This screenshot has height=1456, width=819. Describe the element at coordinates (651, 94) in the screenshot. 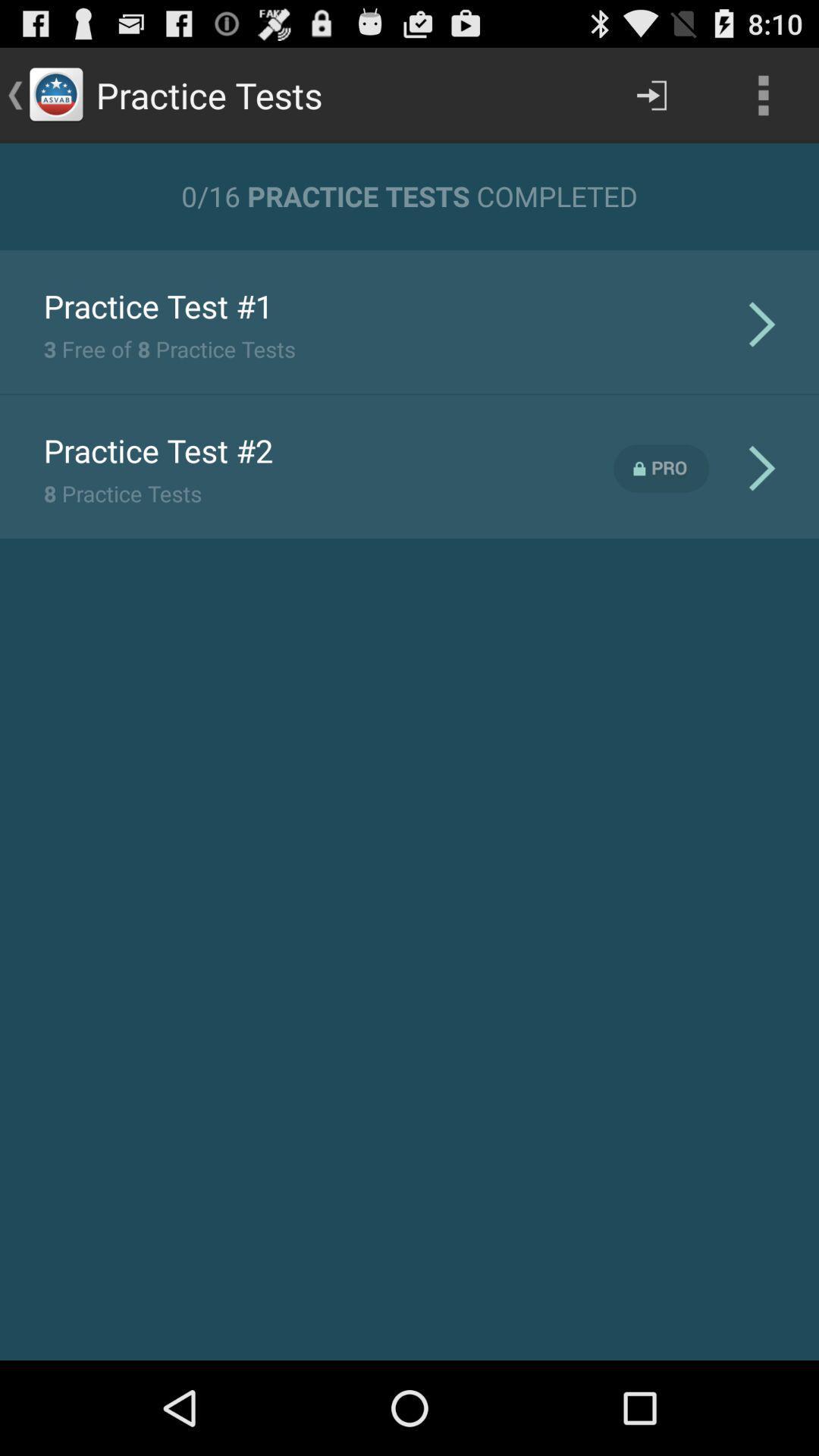

I see `the item next to practice tests app` at that location.